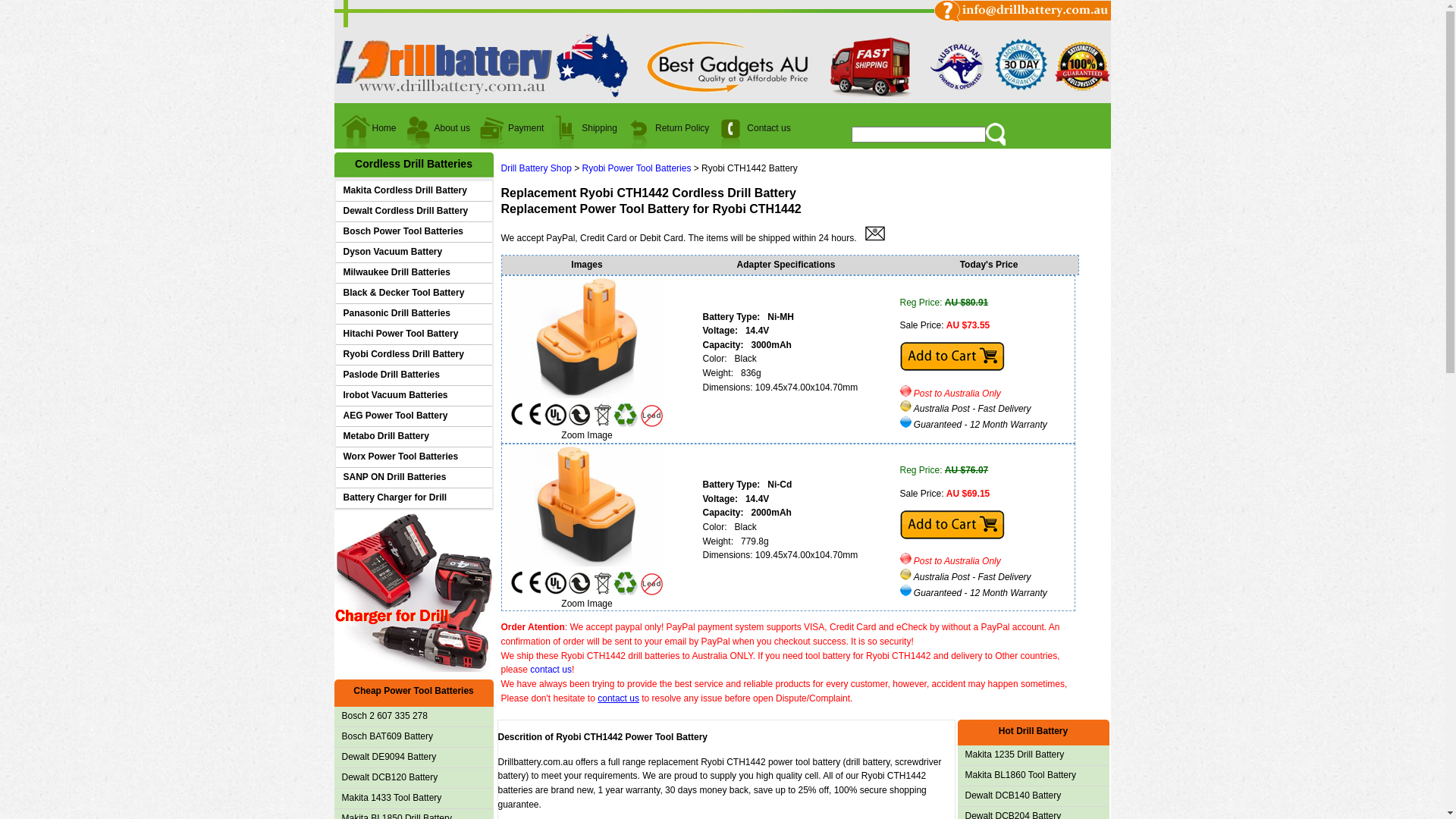 The image size is (1456, 819). What do you see at coordinates (334, 497) in the screenshot?
I see `'Battery Charger for Drill'` at bounding box center [334, 497].